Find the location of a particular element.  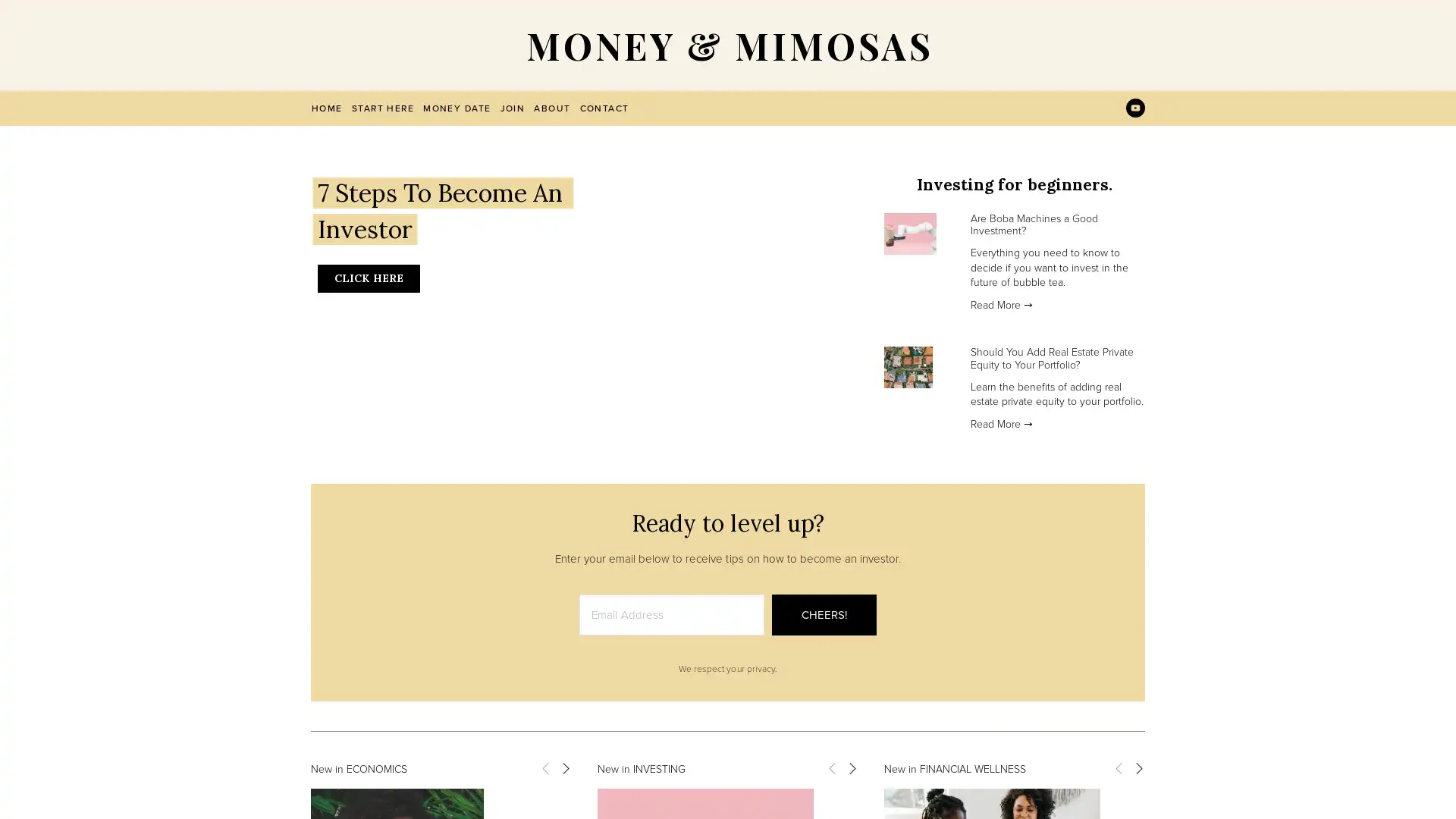

CHEERS! is located at coordinates (823, 614).